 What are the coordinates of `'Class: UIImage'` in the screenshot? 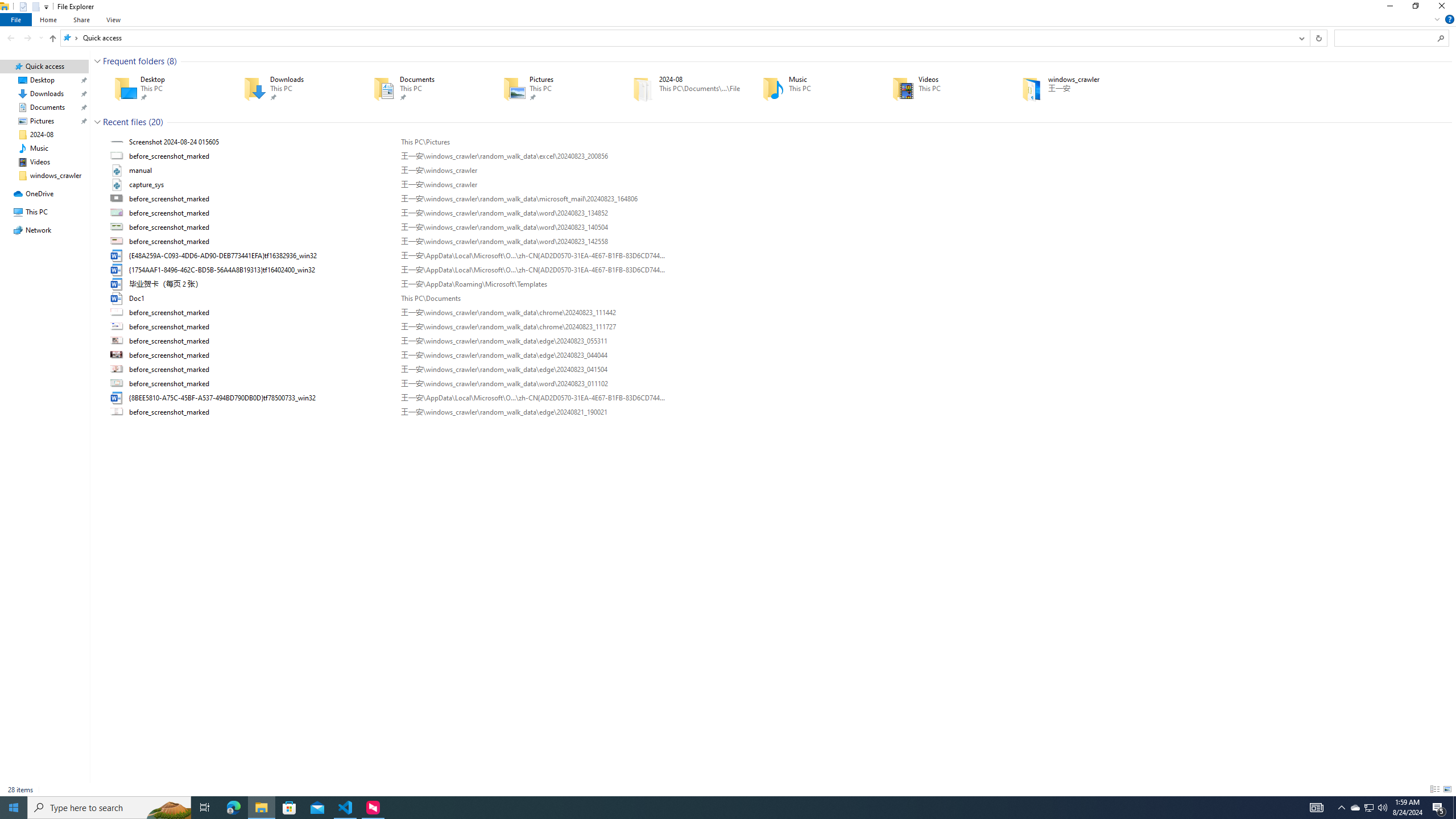 It's located at (118, 411).